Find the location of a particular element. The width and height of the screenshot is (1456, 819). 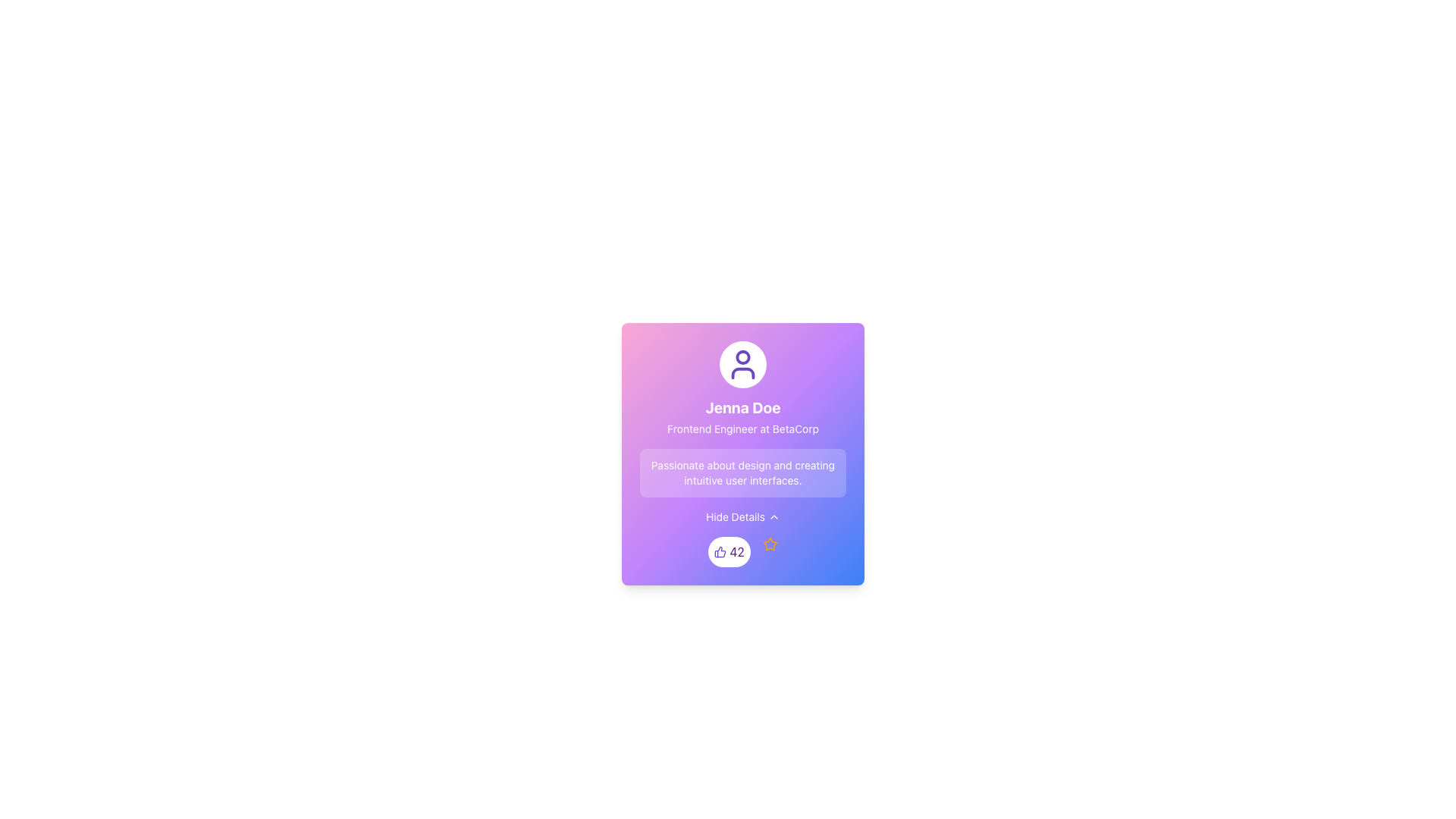

the star icon with a golden-orange outline located is located at coordinates (770, 543).